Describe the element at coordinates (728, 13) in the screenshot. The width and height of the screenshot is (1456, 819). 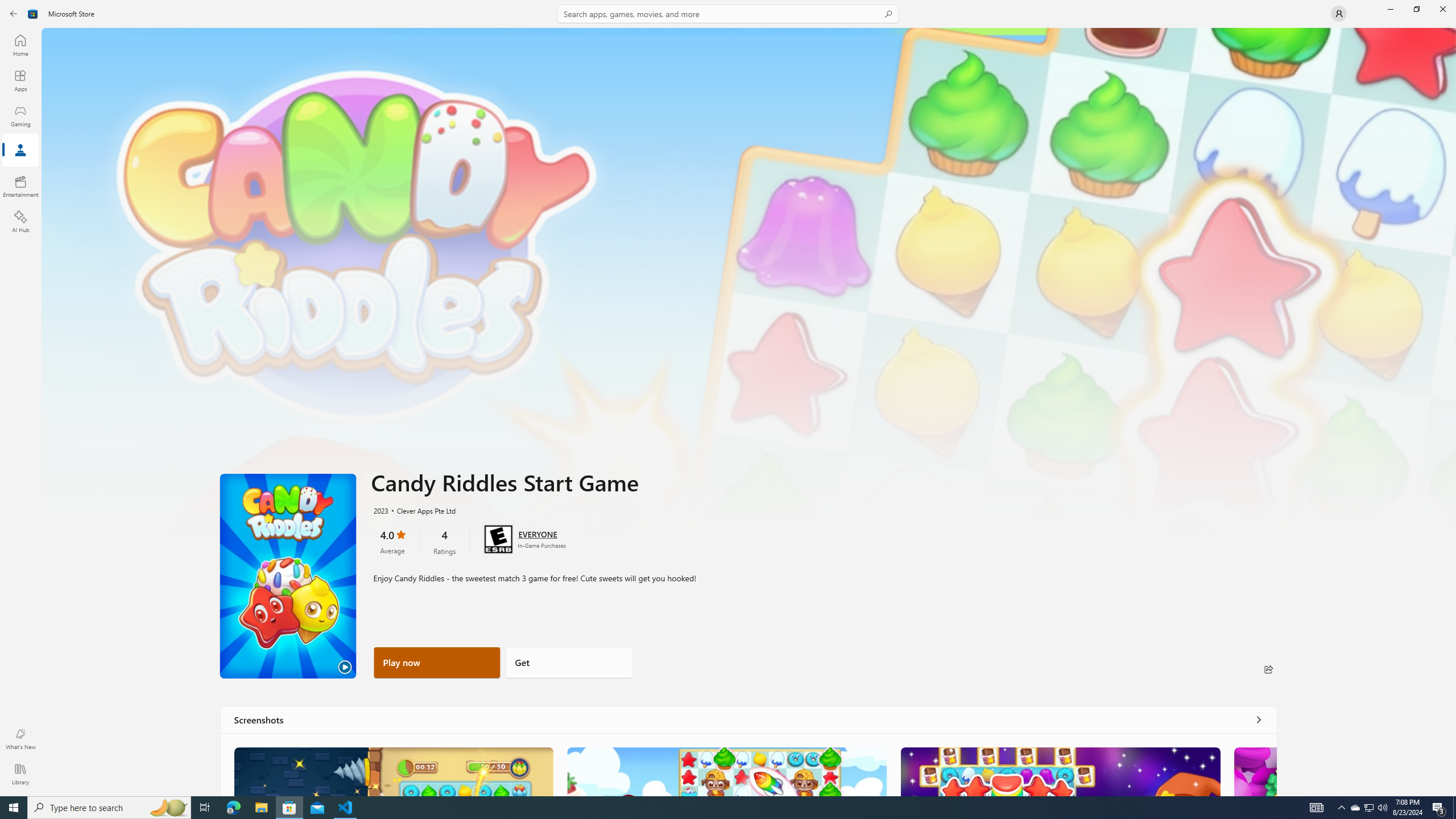
I see `'Search'` at that location.